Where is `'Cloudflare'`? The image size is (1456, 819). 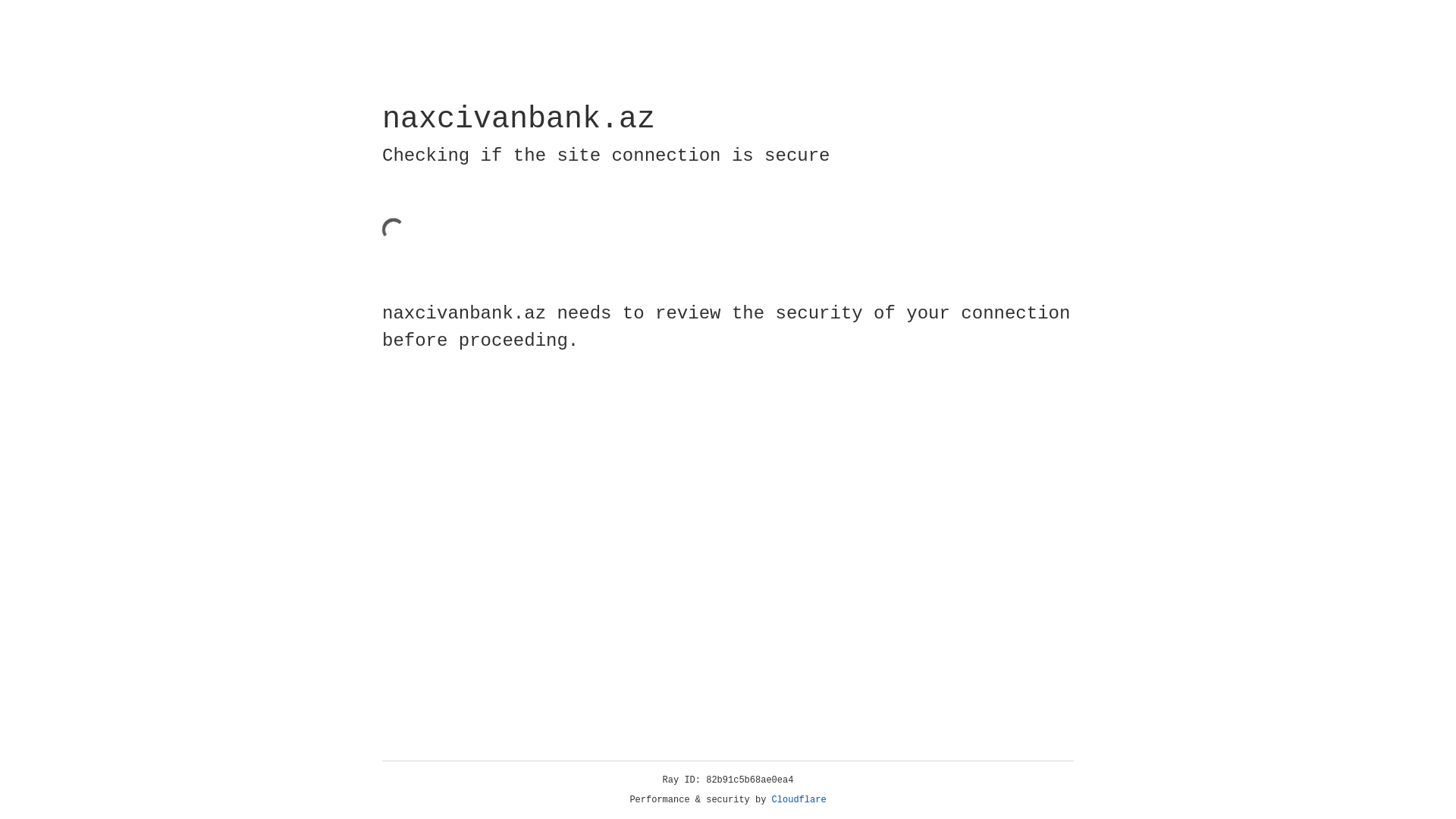 'Cloudflare' is located at coordinates (799, 799).